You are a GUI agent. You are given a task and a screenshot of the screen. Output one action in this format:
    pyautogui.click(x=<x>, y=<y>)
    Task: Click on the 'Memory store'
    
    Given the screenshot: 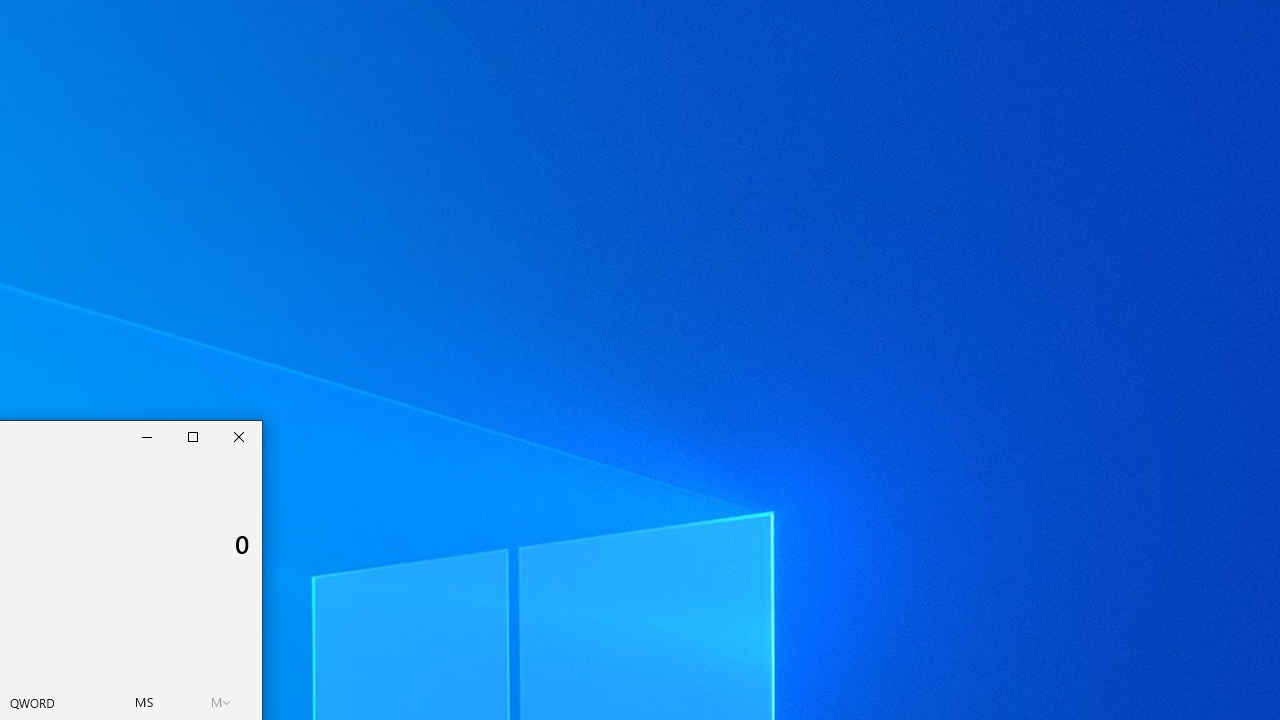 What is the action you would take?
    pyautogui.click(x=143, y=701)
    